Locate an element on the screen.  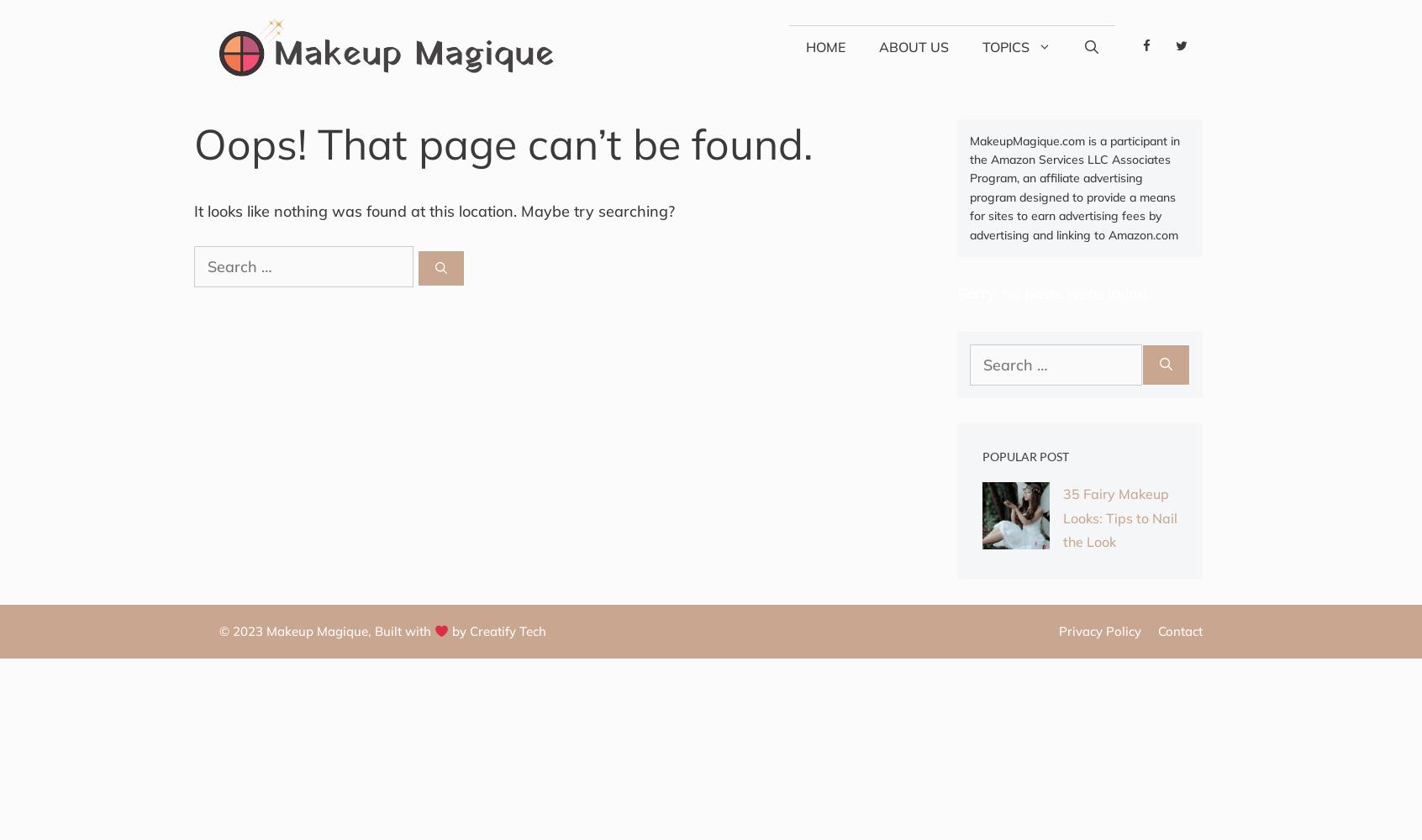
'by' is located at coordinates (459, 631).